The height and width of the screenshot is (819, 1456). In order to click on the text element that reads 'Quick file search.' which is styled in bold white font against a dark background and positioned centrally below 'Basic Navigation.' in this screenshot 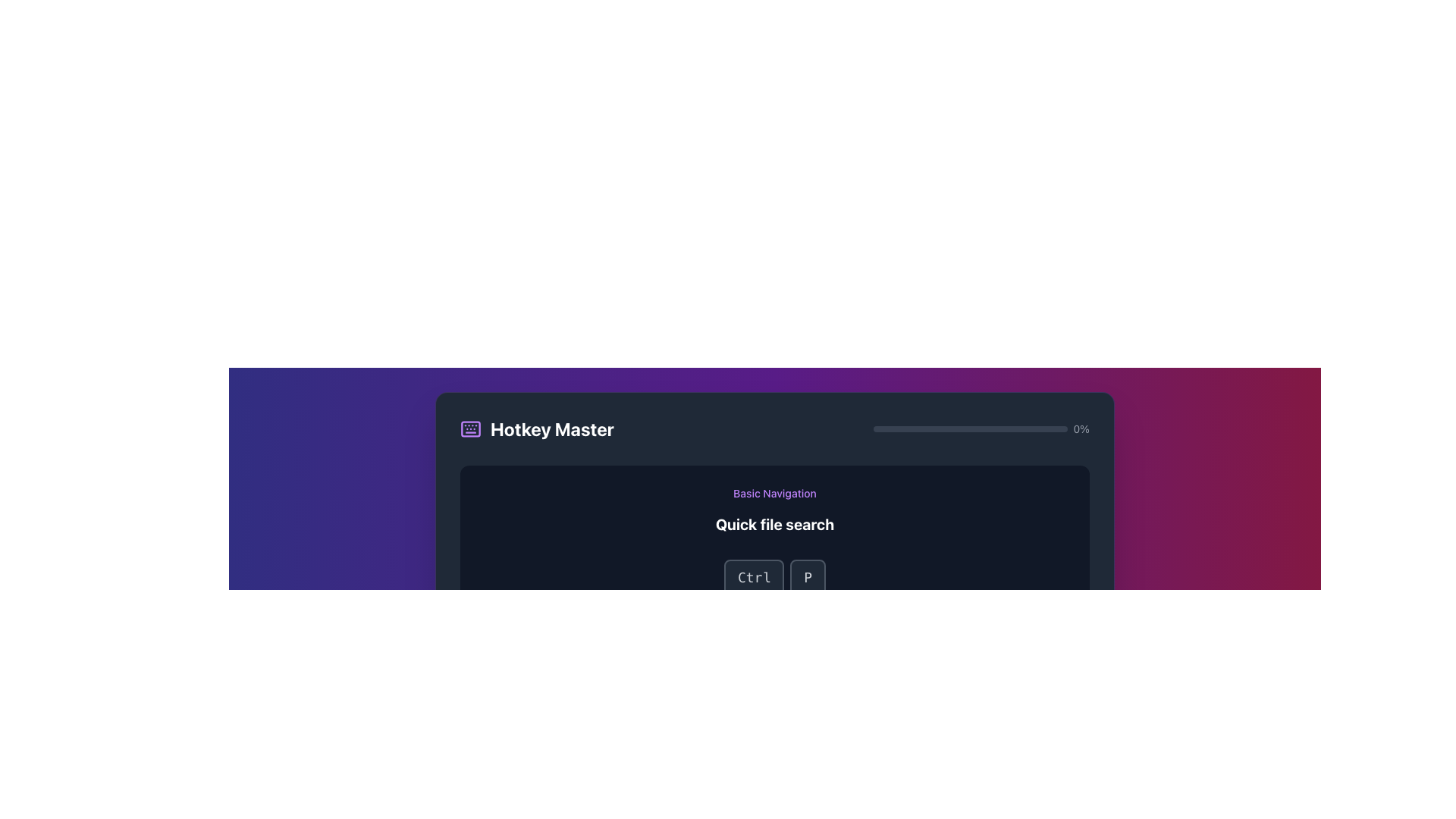, I will do `click(775, 523)`.